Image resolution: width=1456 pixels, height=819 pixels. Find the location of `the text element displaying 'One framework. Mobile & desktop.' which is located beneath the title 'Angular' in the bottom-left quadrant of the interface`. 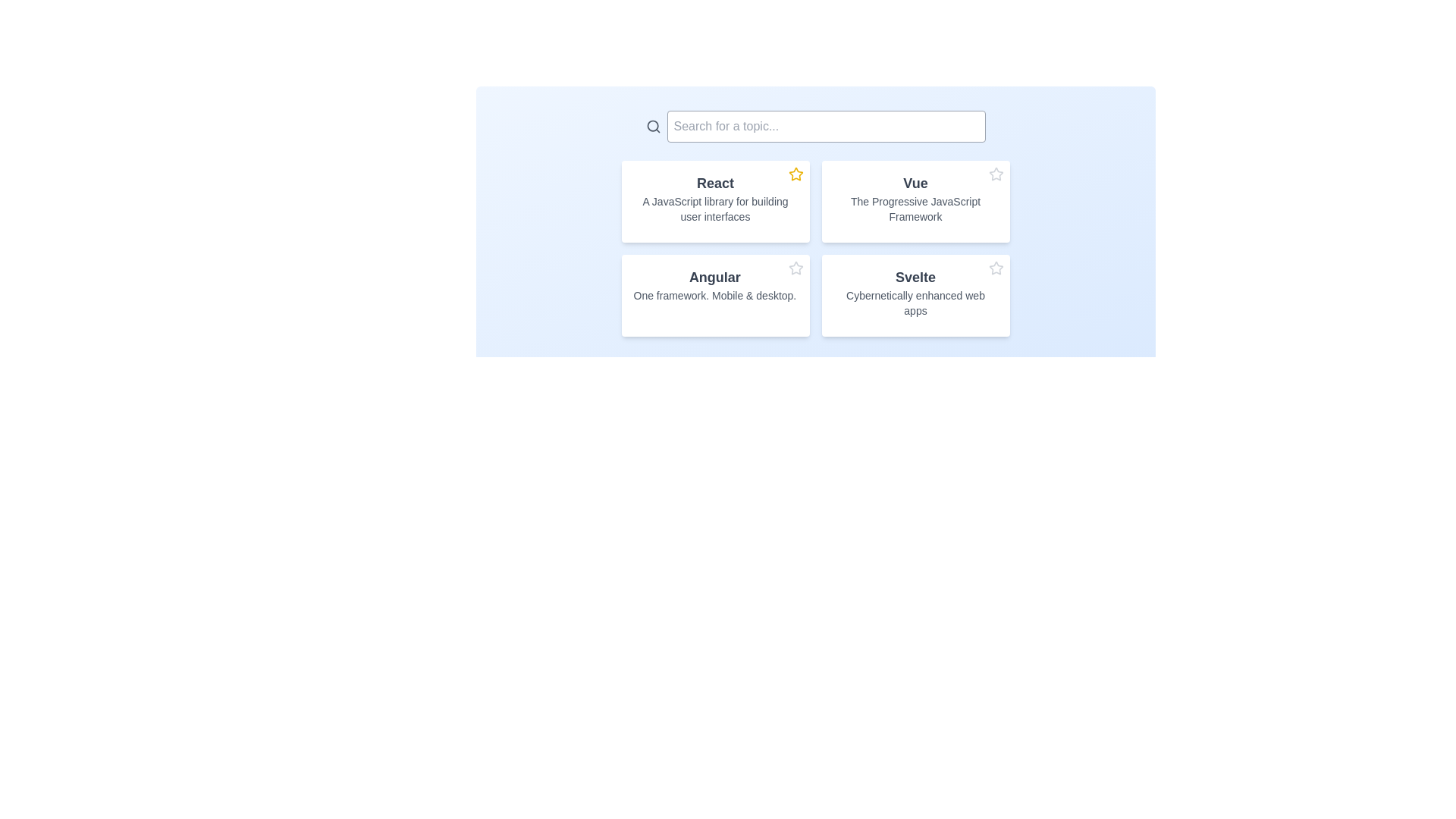

the text element displaying 'One framework. Mobile & desktop.' which is located beneath the title 'Angular' in the bottom-left quadrant of the interface is located at coordinates (714, 295).